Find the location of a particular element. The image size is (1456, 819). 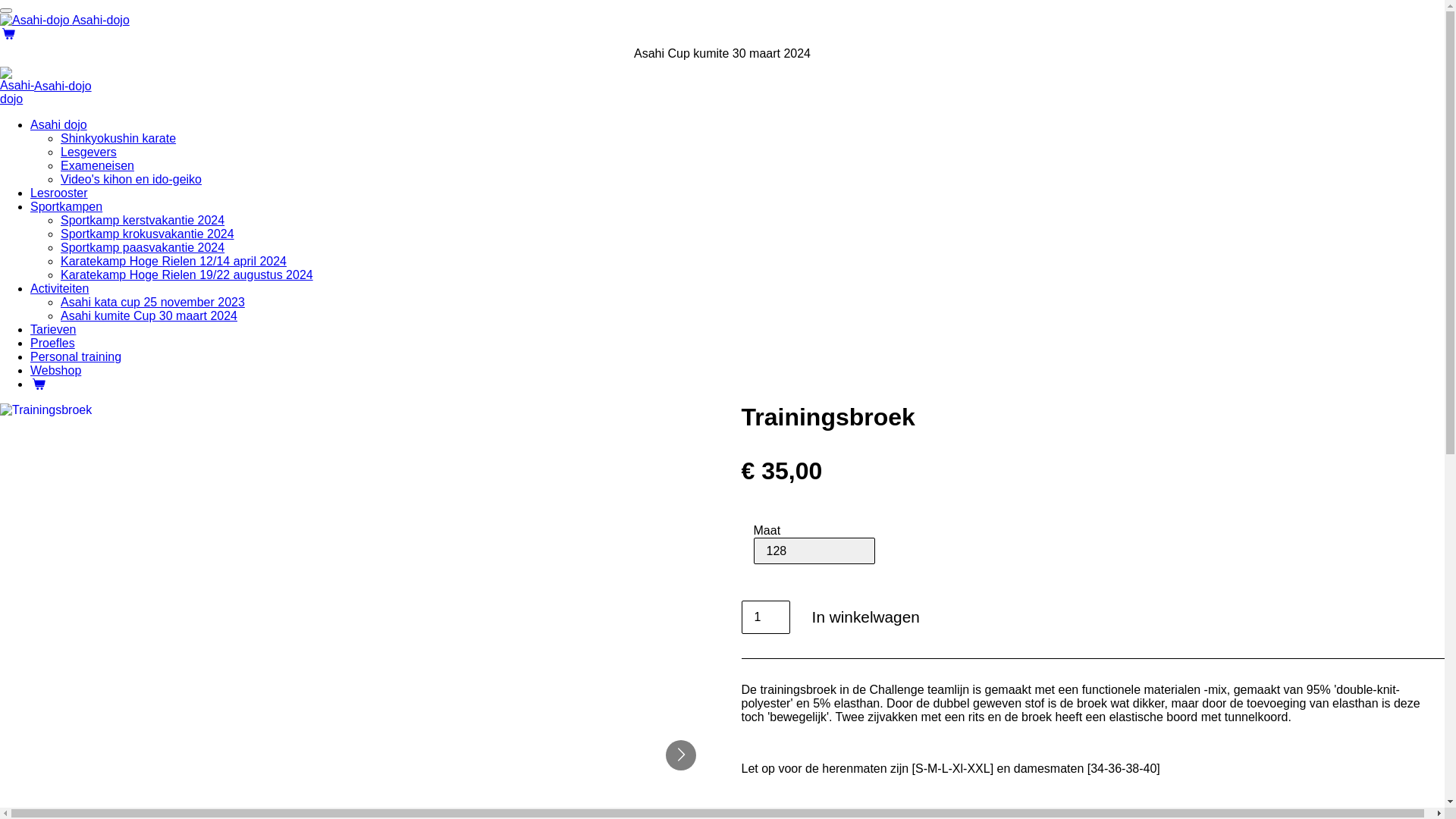

'Lesrooster' is located at coordinates (58, 192).